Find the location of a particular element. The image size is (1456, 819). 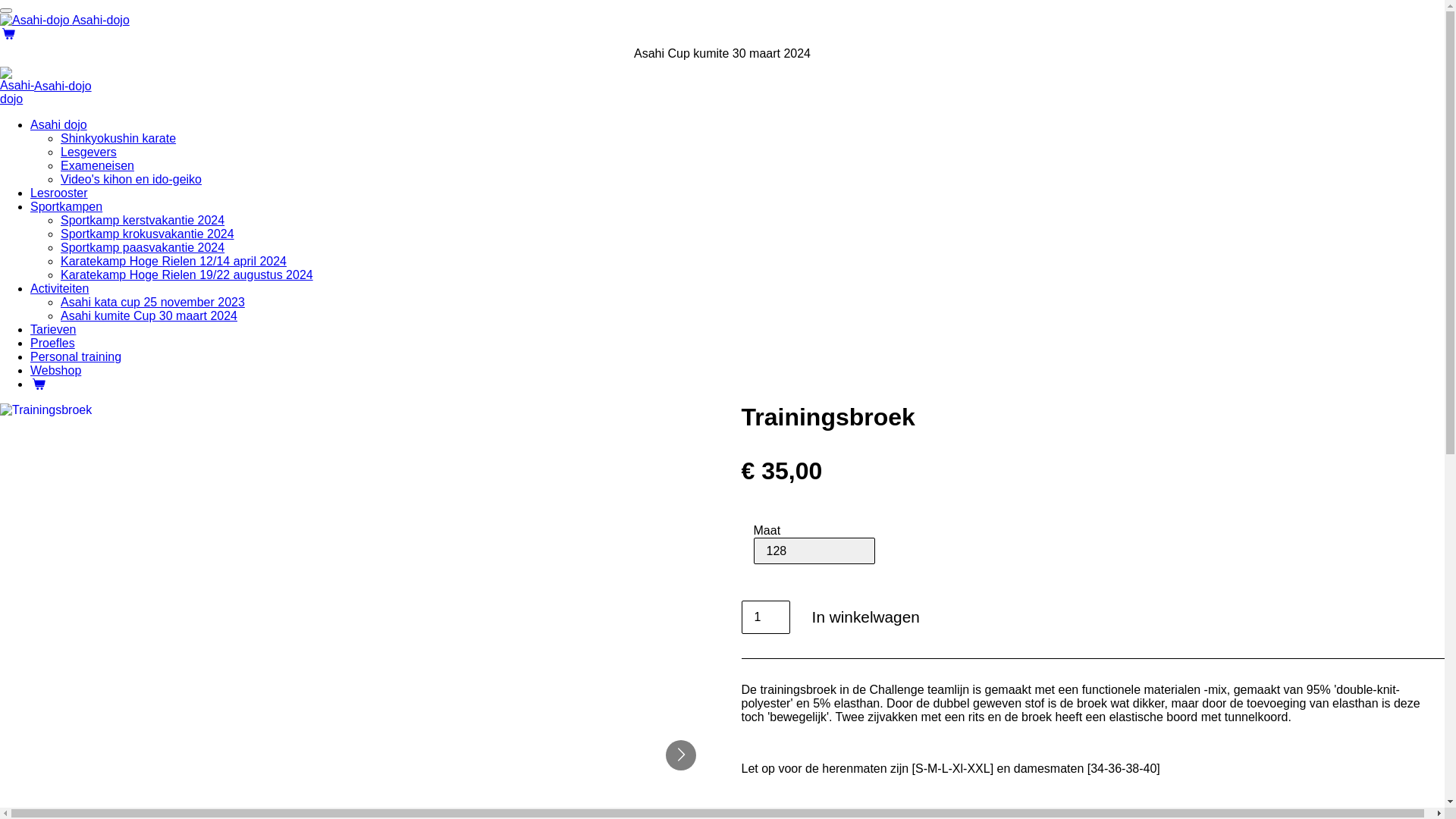

'Lesrooster' is located at coordinates (58, 192).